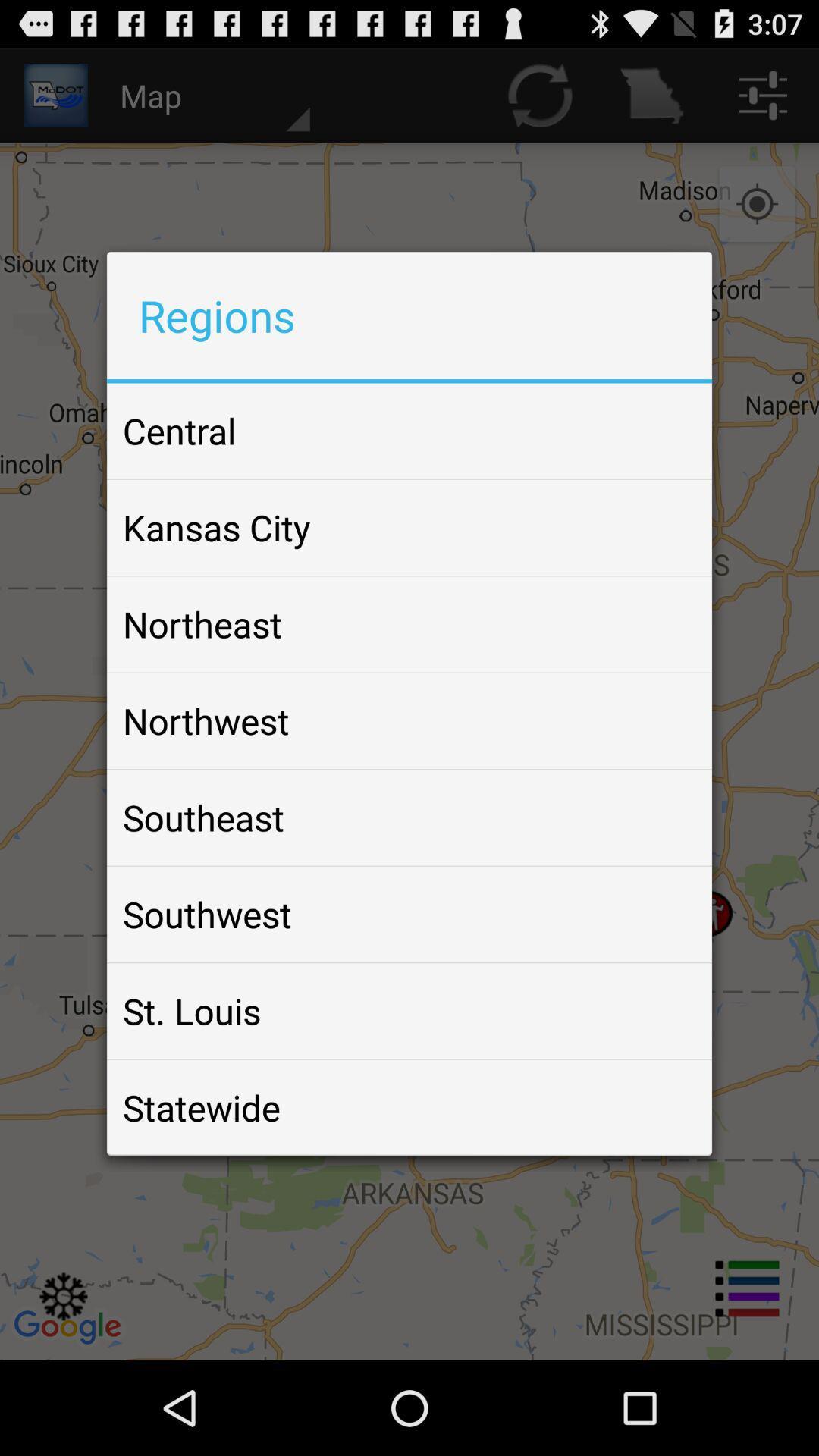  What do you see at coordinates (663, 430) in the screenshot?
I see `the item next to the central` at bounding box center [663, 430].